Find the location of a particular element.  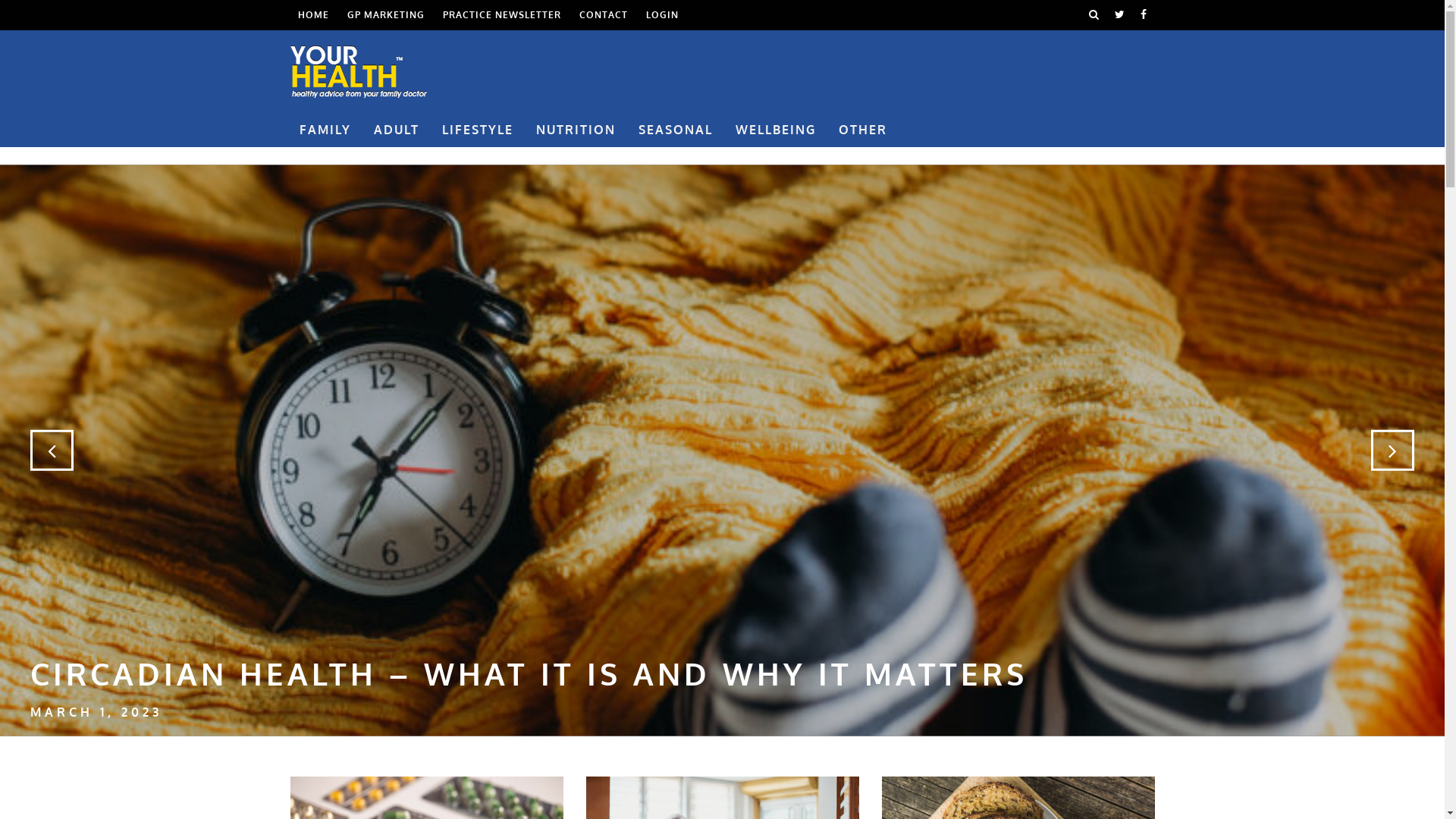

'HOME' is located at coordinates (312, 14).